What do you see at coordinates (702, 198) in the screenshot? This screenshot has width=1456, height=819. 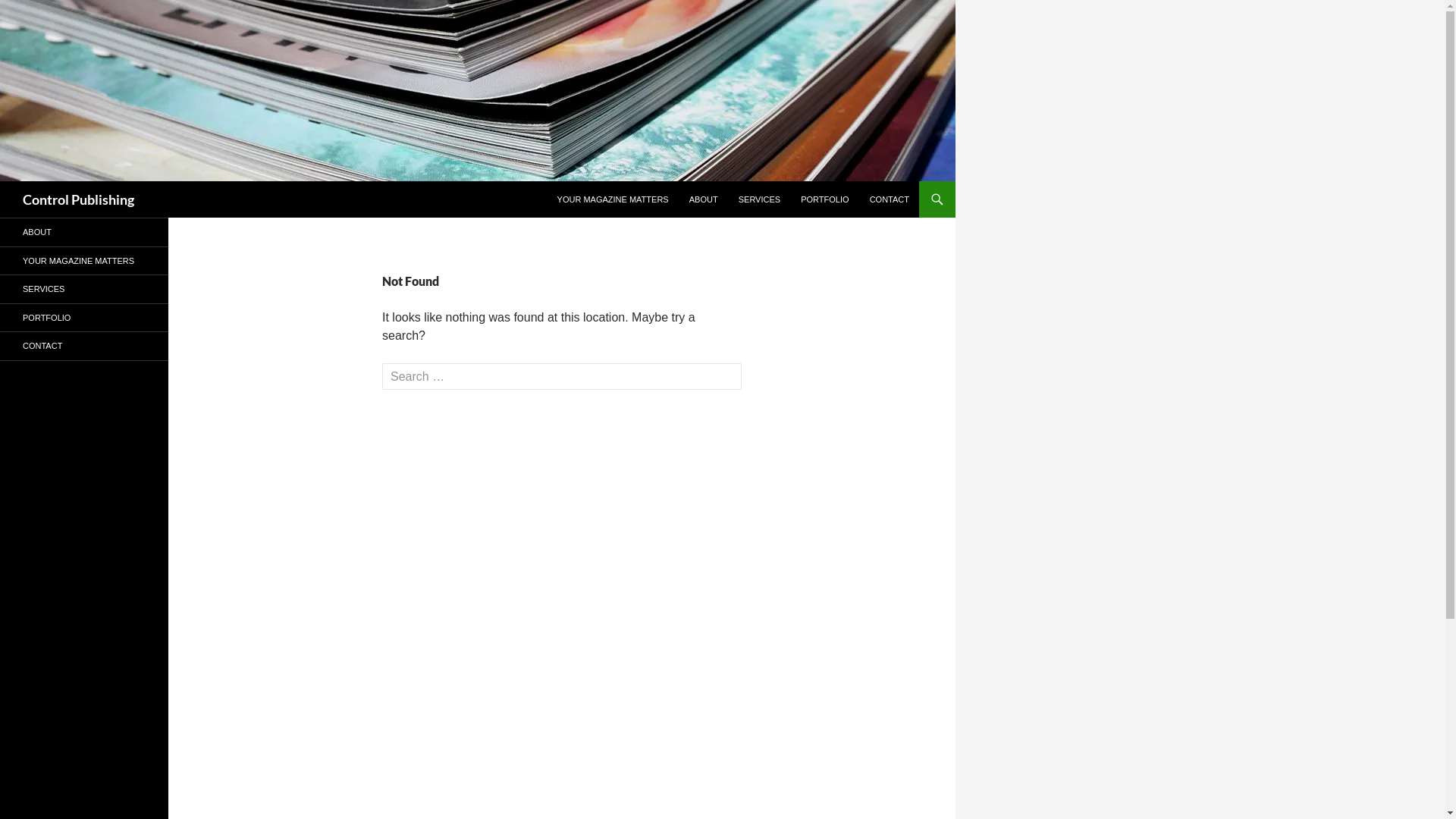 I see `'ABOUT'` at bounding box center [702, 198].